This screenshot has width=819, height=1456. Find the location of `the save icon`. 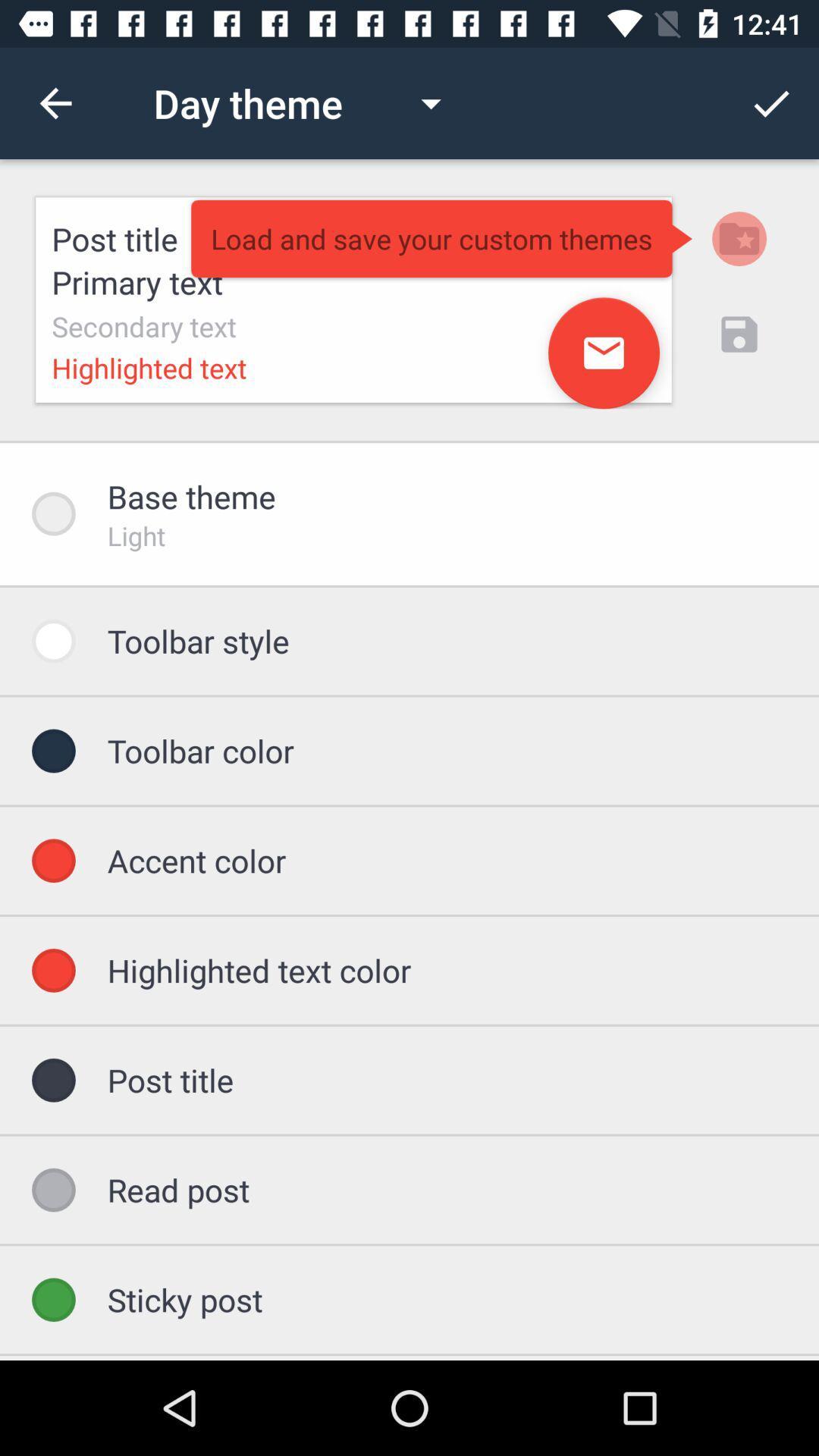

the save icon is located at coordinates (739, 334).